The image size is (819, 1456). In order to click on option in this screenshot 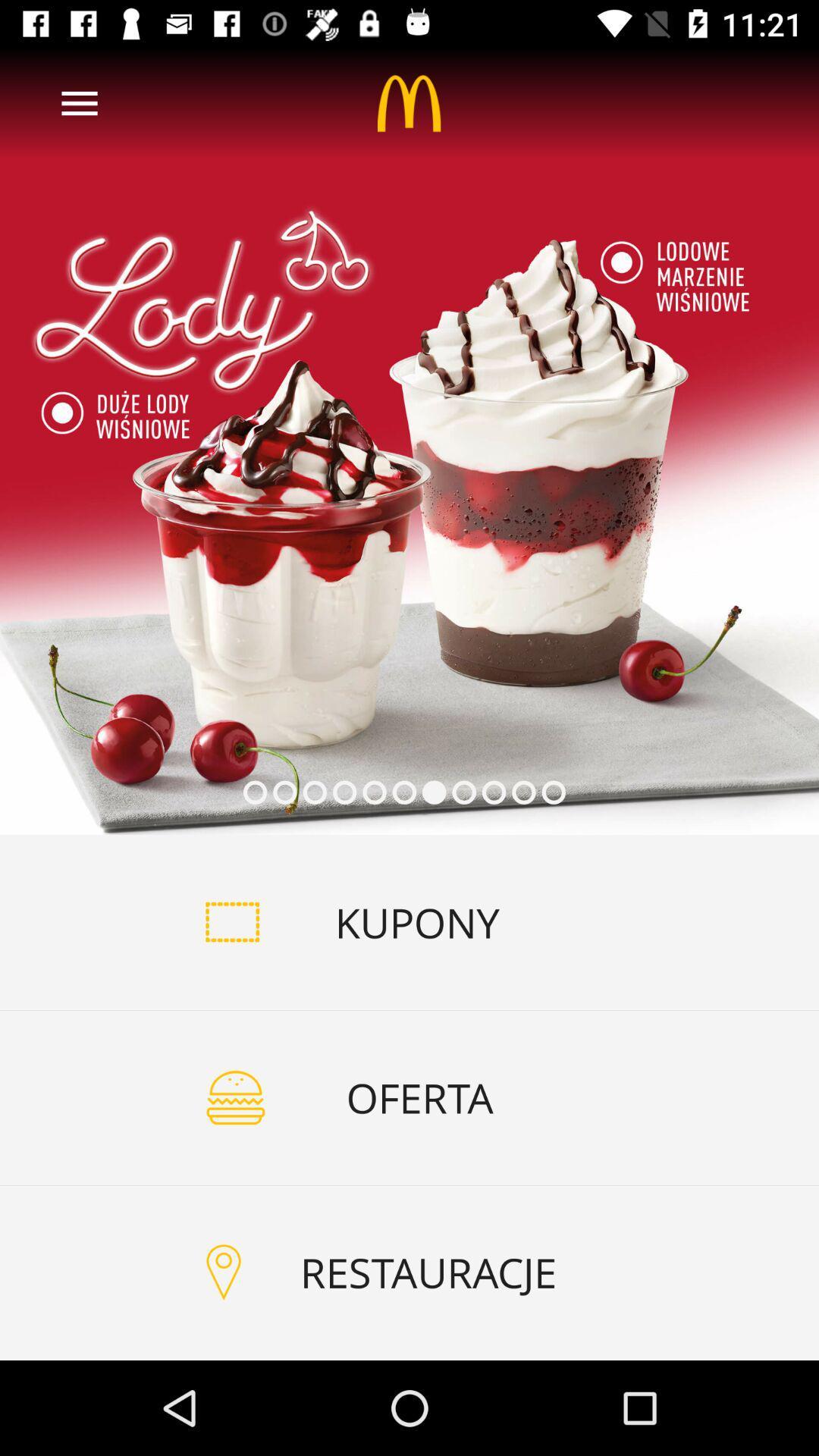, I will do `click(409, 440)`.